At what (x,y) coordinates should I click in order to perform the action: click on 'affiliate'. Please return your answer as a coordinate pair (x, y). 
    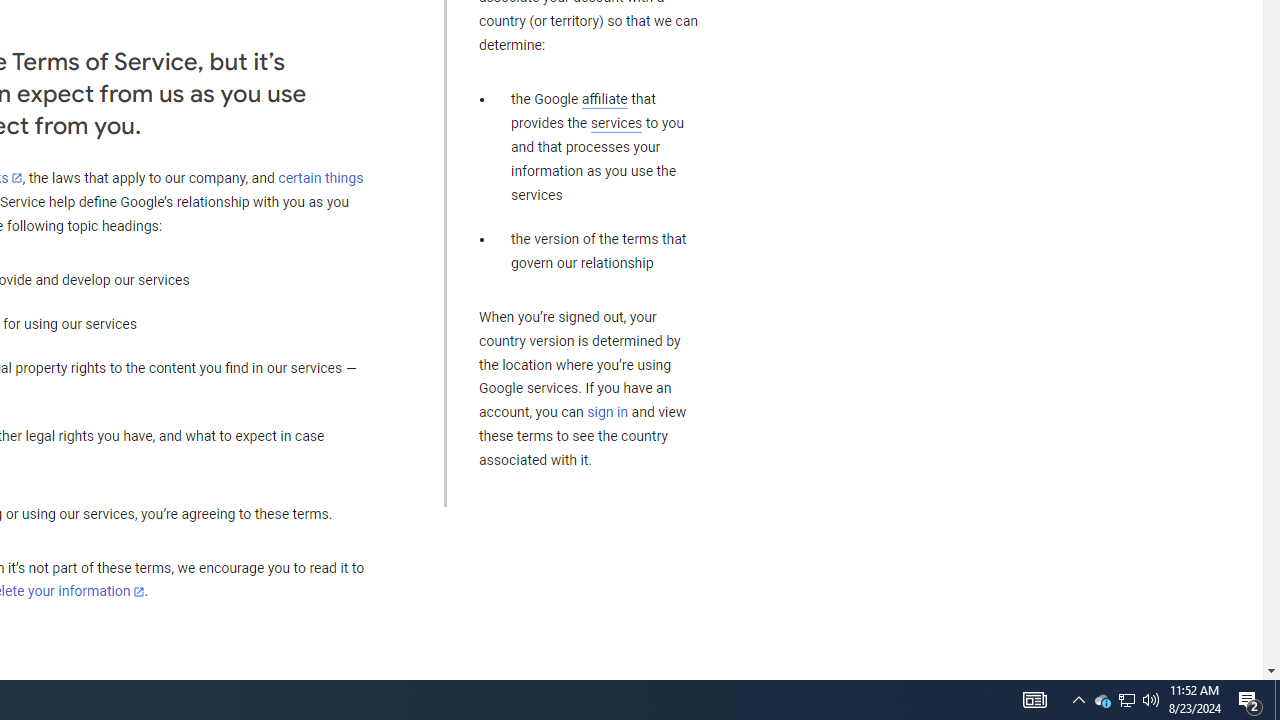
    Looking at the image, I should click on (603, 99).